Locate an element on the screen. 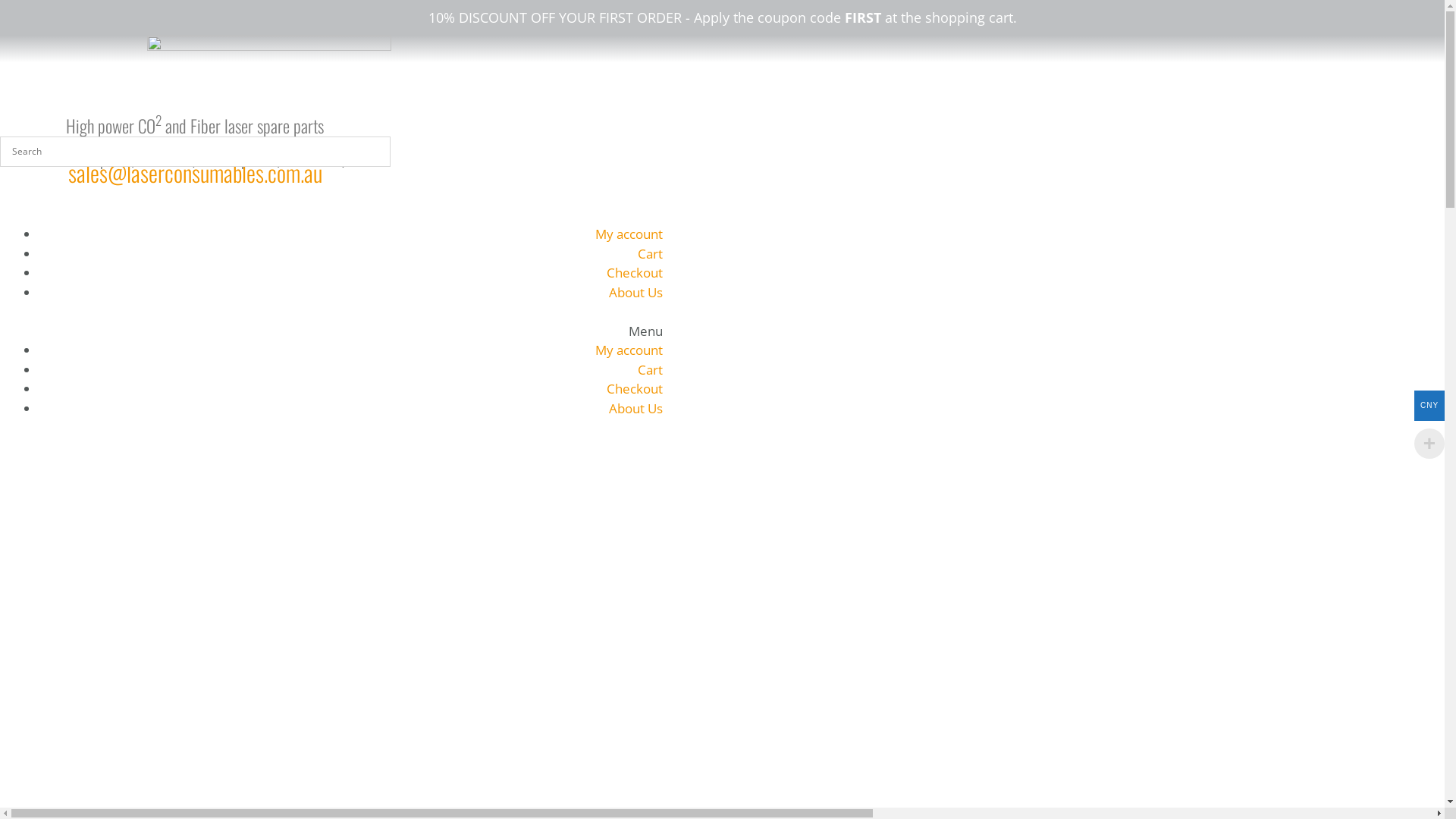 The image size is (1456, 819). 'About Us' is located at coordinates (635, 407).